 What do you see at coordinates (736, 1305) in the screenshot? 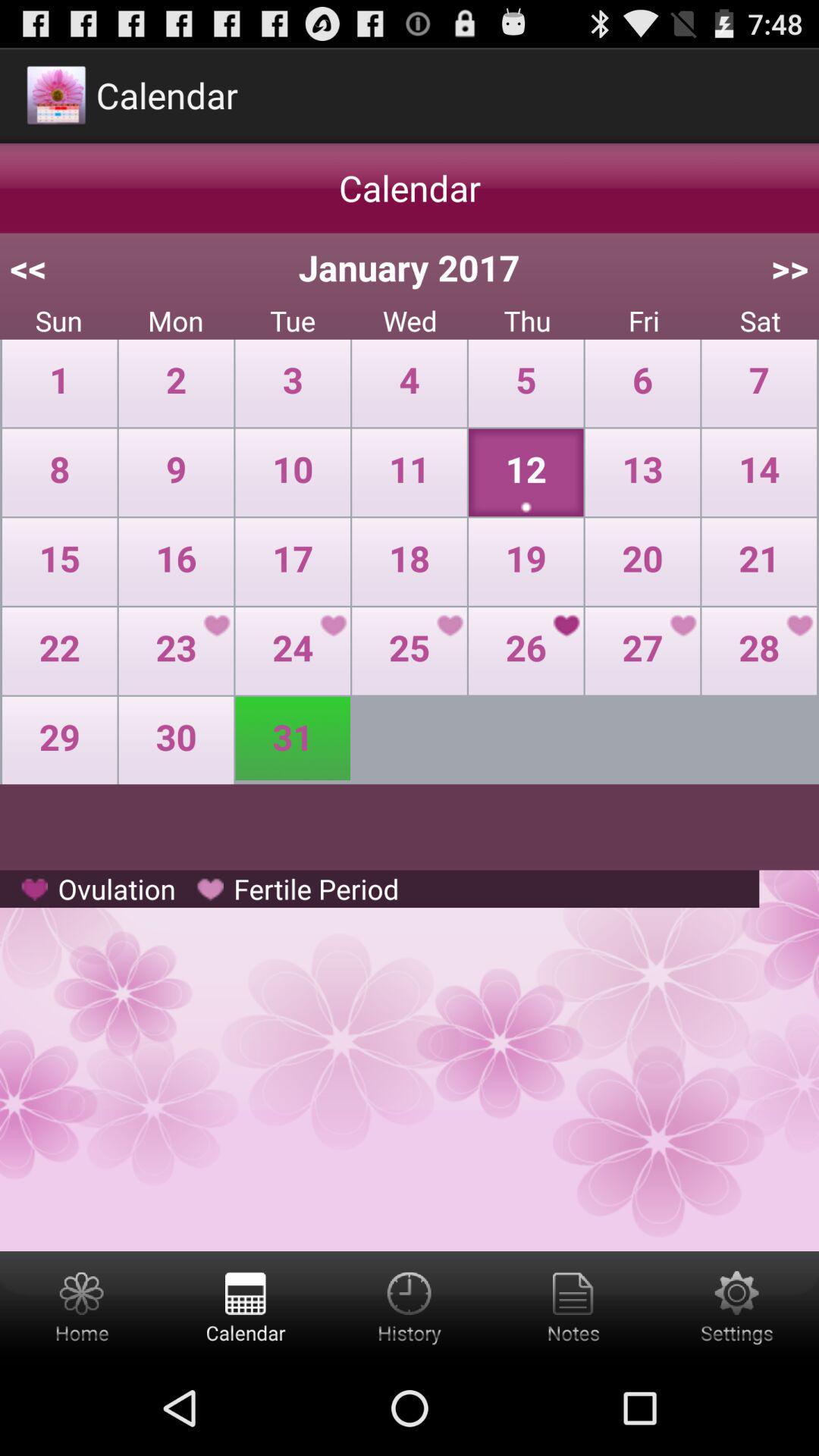
I see `setting option` at bounding box center [736, 1305].